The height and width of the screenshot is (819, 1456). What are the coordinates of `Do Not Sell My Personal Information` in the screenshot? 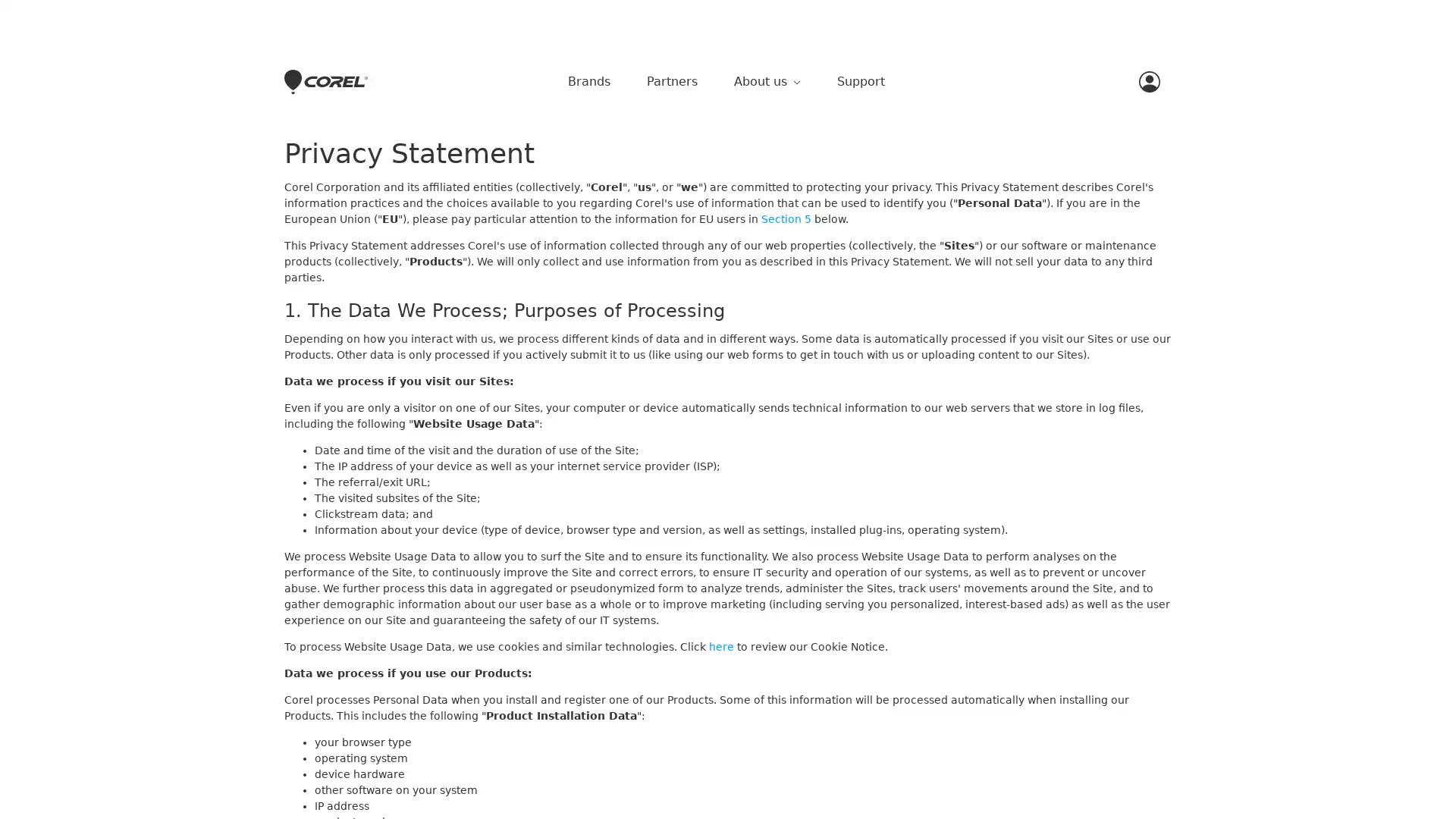 It's located at (1056, 773).